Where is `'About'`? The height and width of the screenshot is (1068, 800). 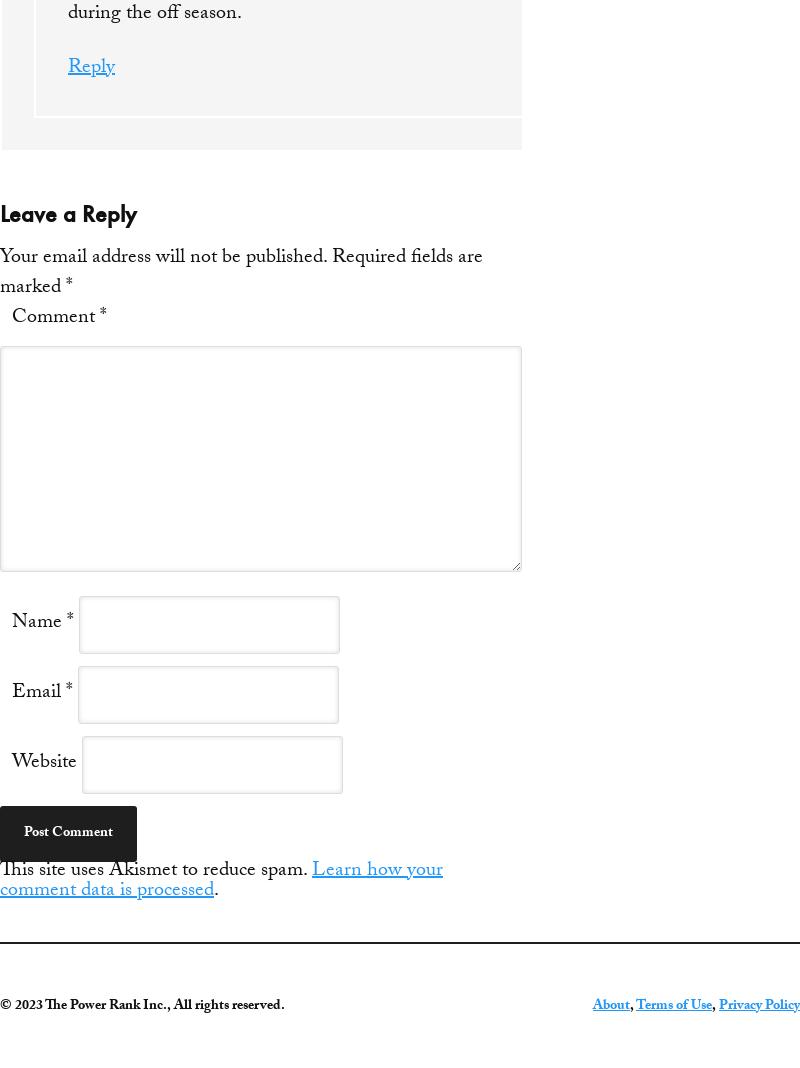 'About' is located at coordinates (611, 1007).